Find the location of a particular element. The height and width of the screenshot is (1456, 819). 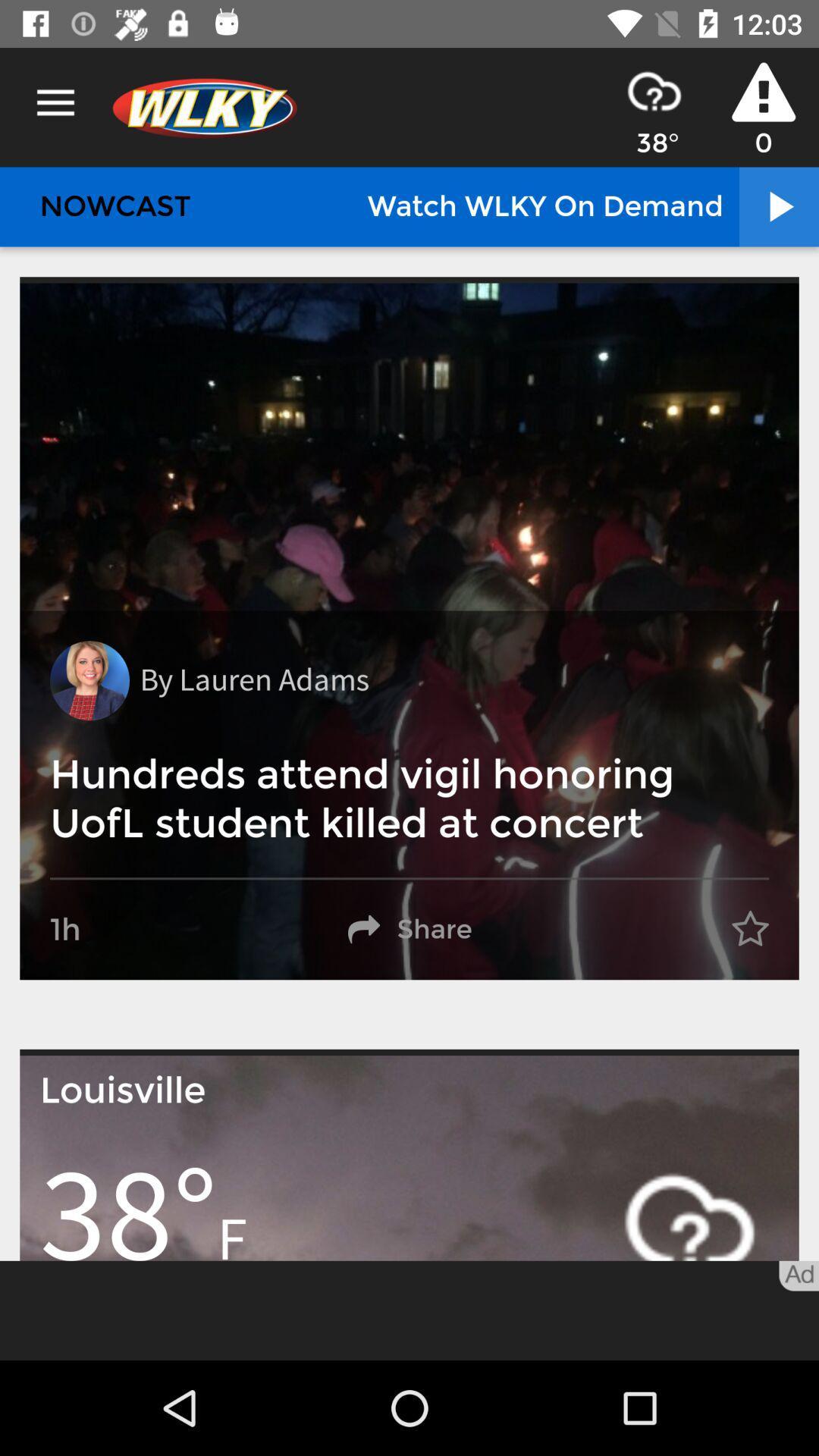

the menu icon is located at coordinates (55, 102).